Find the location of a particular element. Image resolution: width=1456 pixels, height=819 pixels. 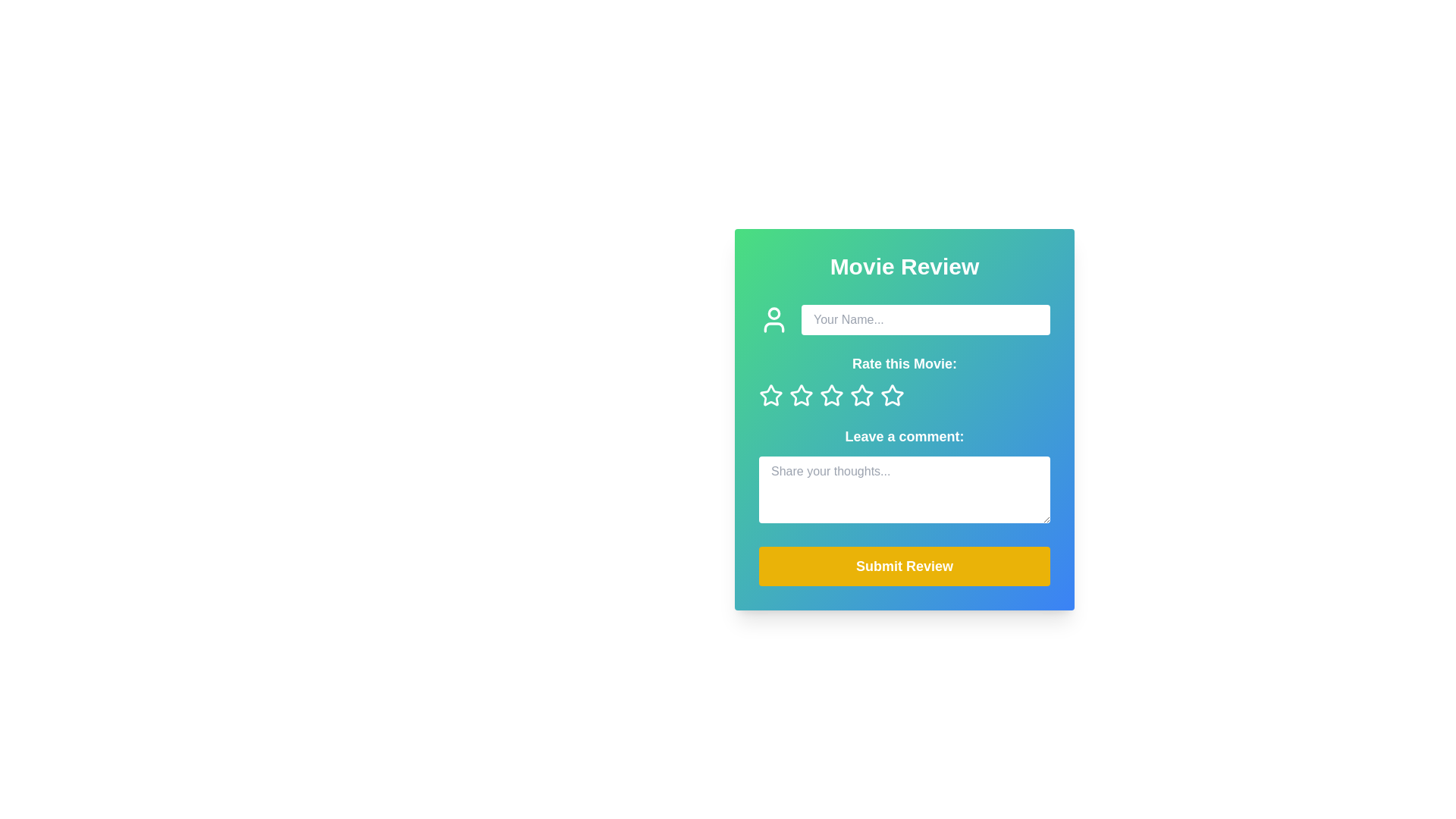

the third star is located at coordinates (862, 394).